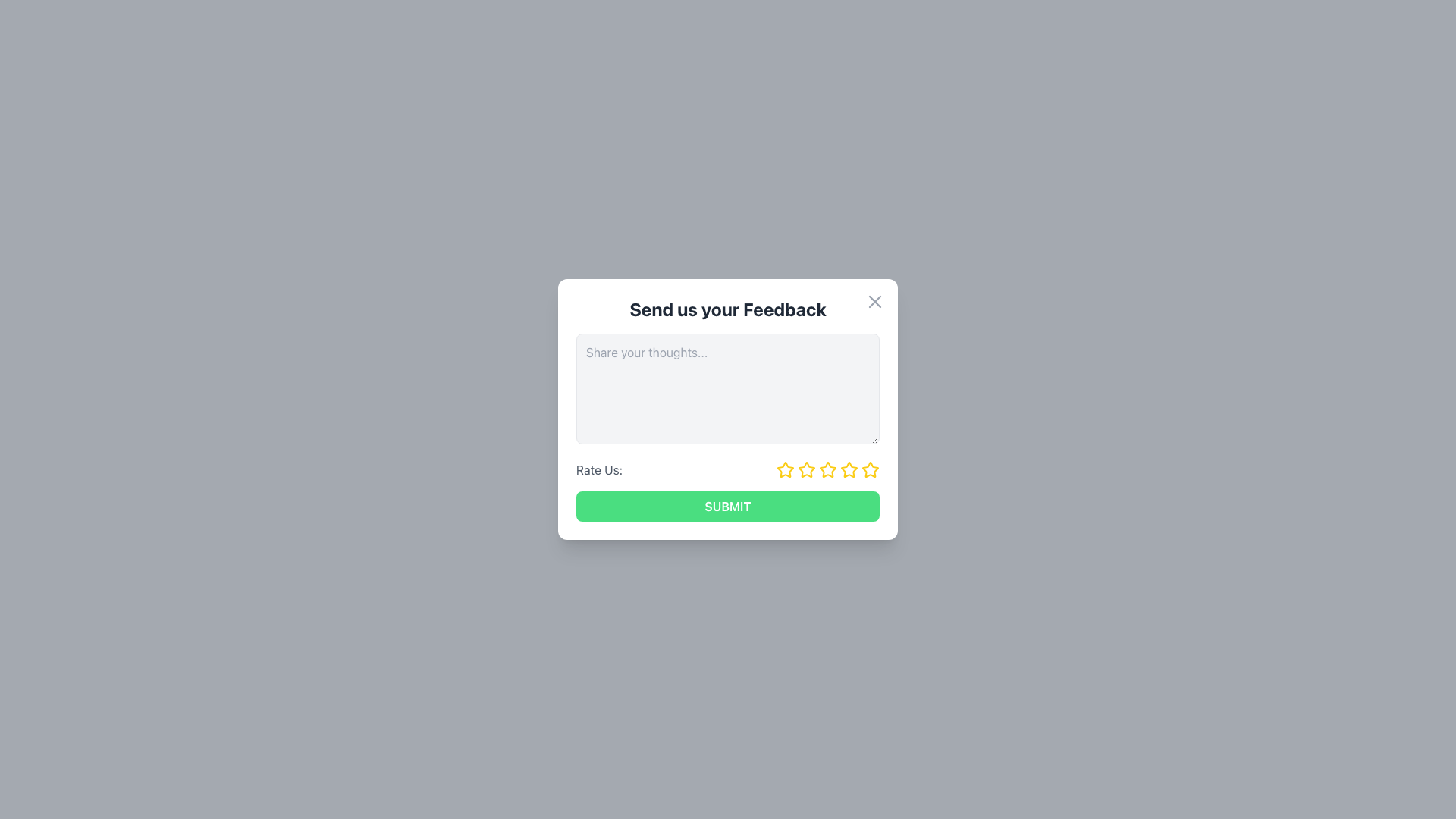 This screenshot has width=1456, height=819. Describe the element at coordinates (827, 469) in the screenshot. I see `the Rating Star Icon located in the center-bottom area of the feedback form` at that location.